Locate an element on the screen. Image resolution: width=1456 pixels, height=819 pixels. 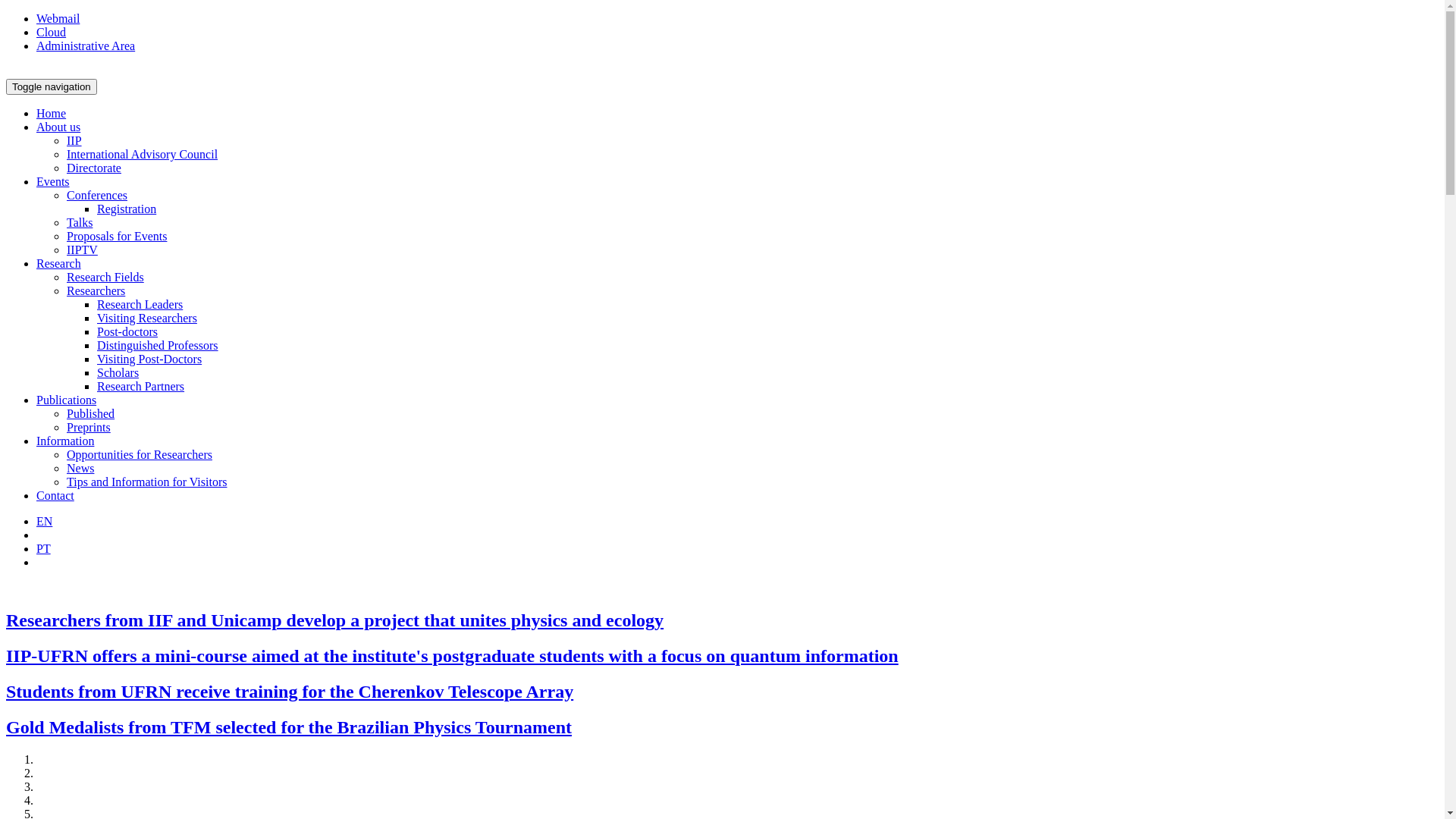
'Publications' is located at coordinates (65, 399).